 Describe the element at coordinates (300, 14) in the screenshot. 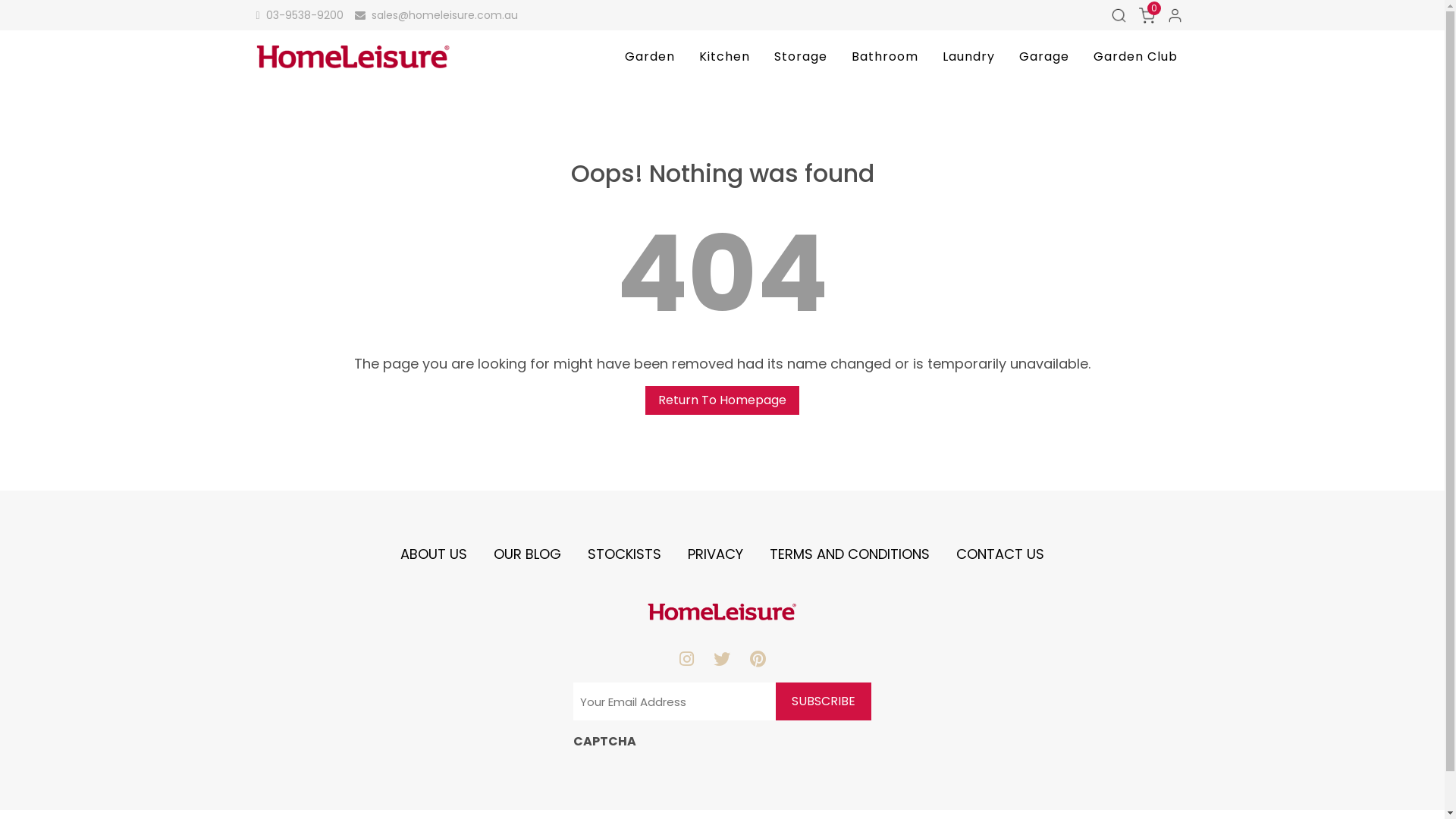

I see `'03-9538-9200'` at that location.